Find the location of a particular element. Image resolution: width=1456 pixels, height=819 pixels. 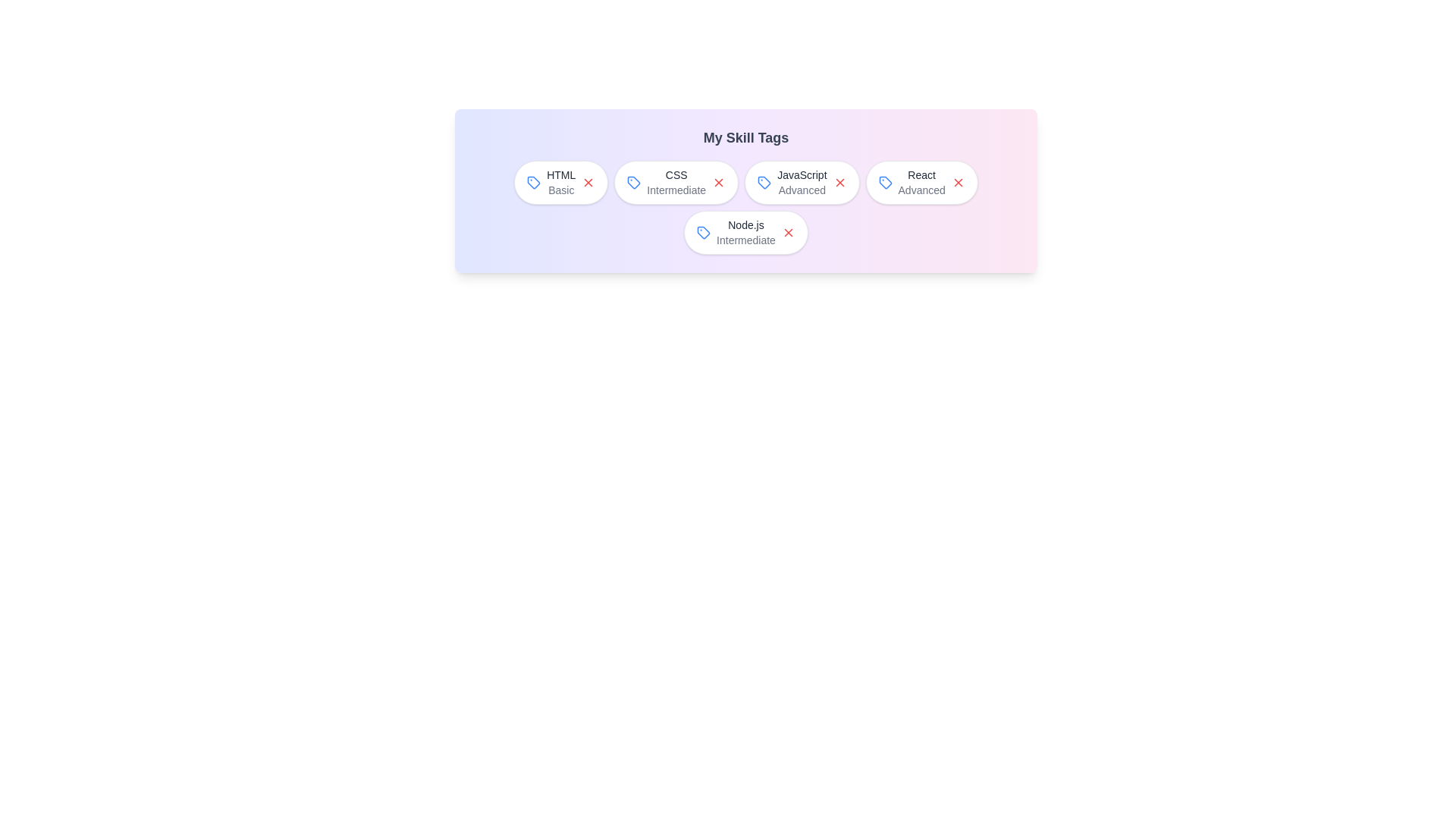

close button of the skill tag with label JavaScript is located at coordinates (839, 181).